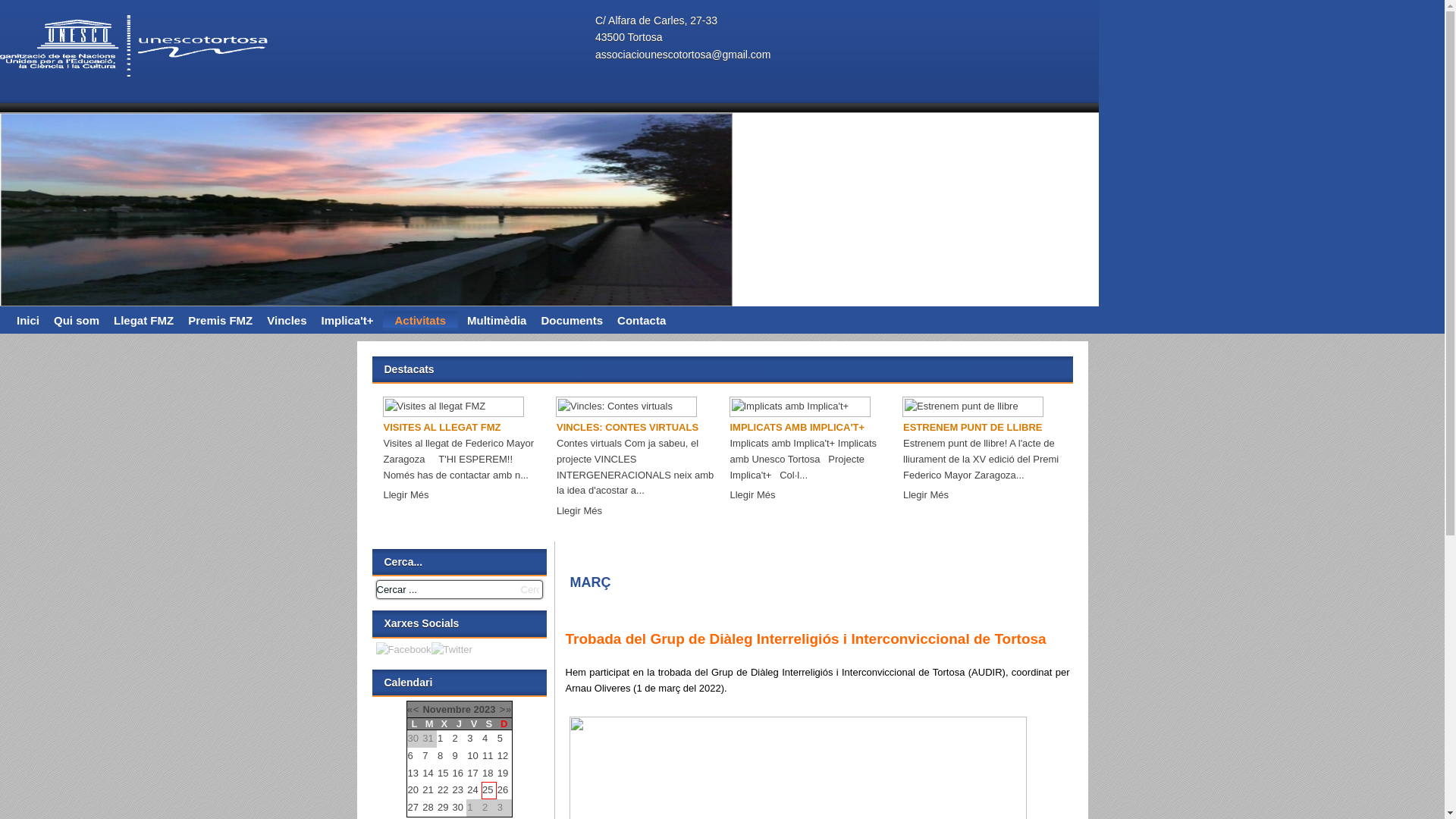  What do you see at coordinates (403, 649) in the screenshot?
I see `'Facebook'` at bounding box center [403, 649].